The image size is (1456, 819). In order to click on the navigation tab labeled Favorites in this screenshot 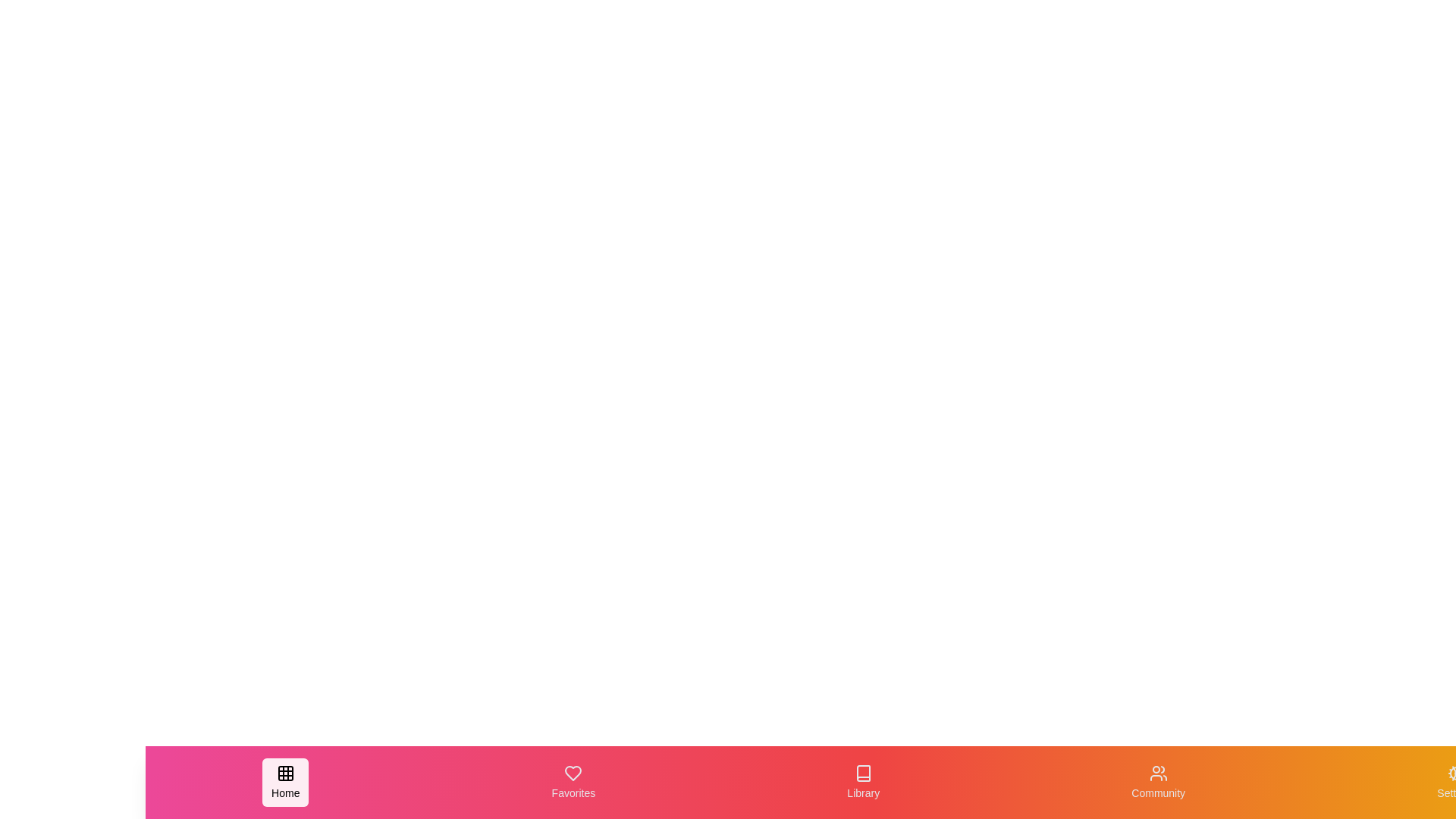, I will do `click(573, 783)`.